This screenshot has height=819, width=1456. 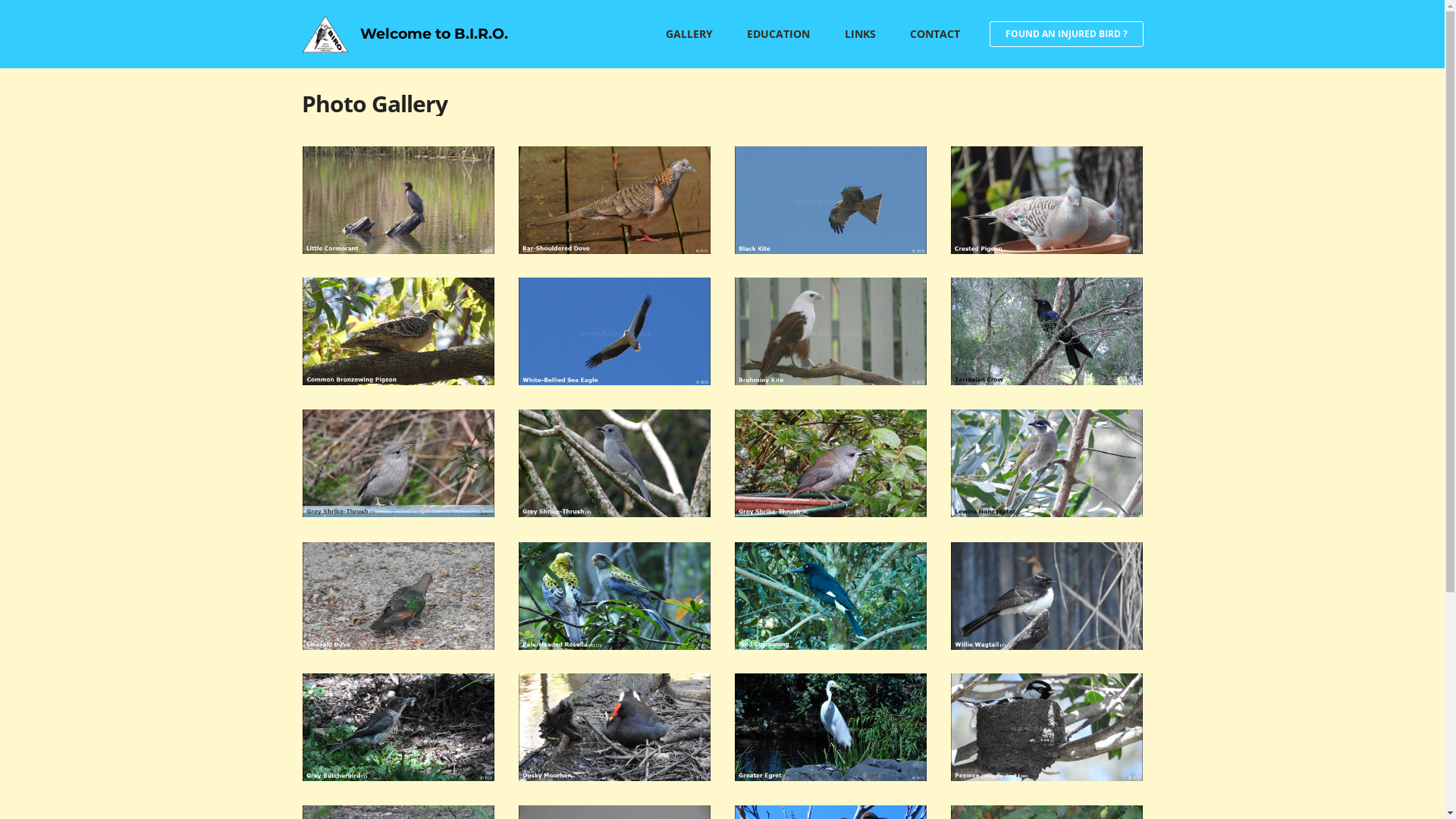 I want to click on 'BIRO Logo', so click(x=302, y=34).